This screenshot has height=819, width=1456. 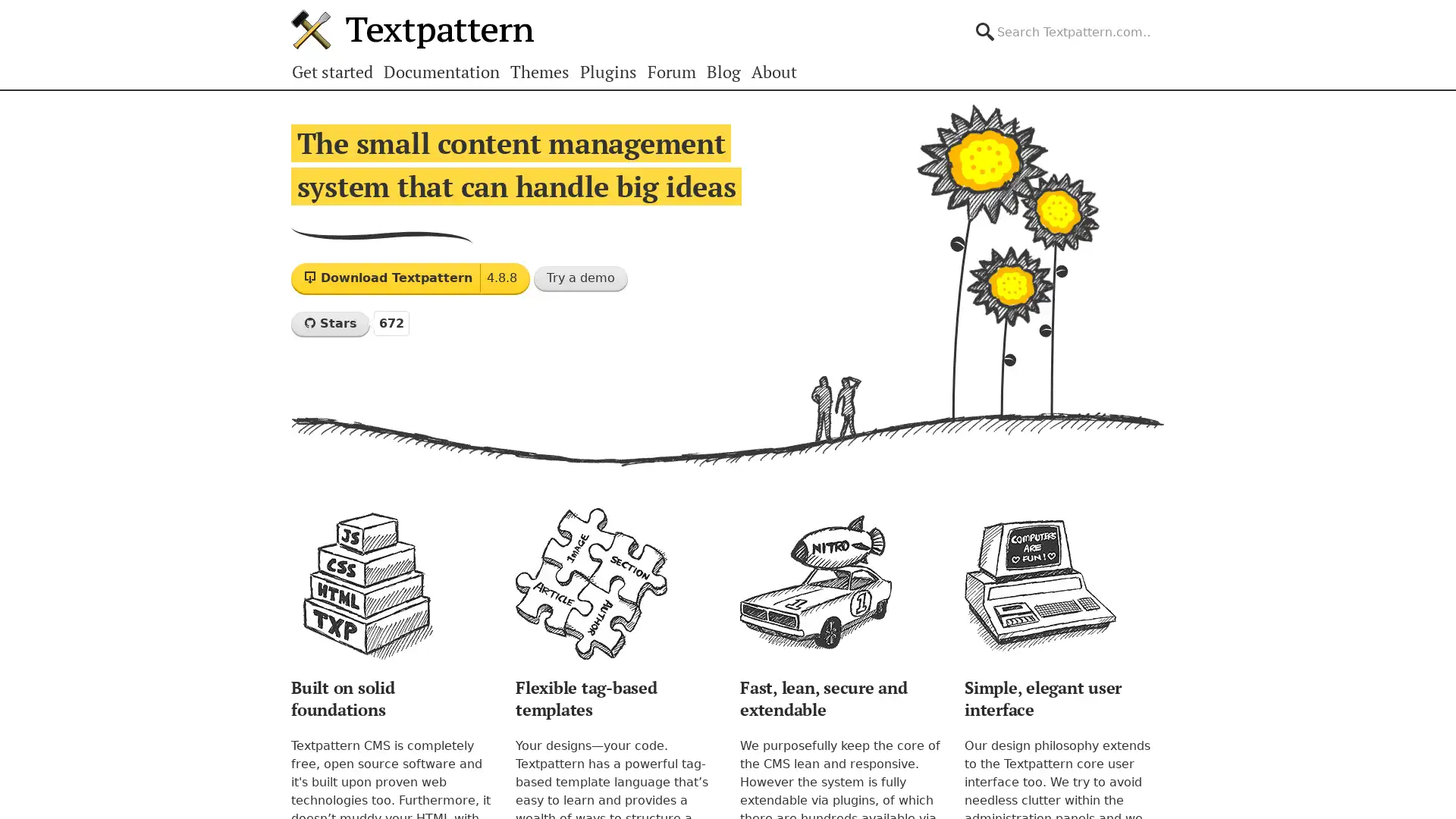 I want to click on Submit Search, so click(x=1163, y=18).